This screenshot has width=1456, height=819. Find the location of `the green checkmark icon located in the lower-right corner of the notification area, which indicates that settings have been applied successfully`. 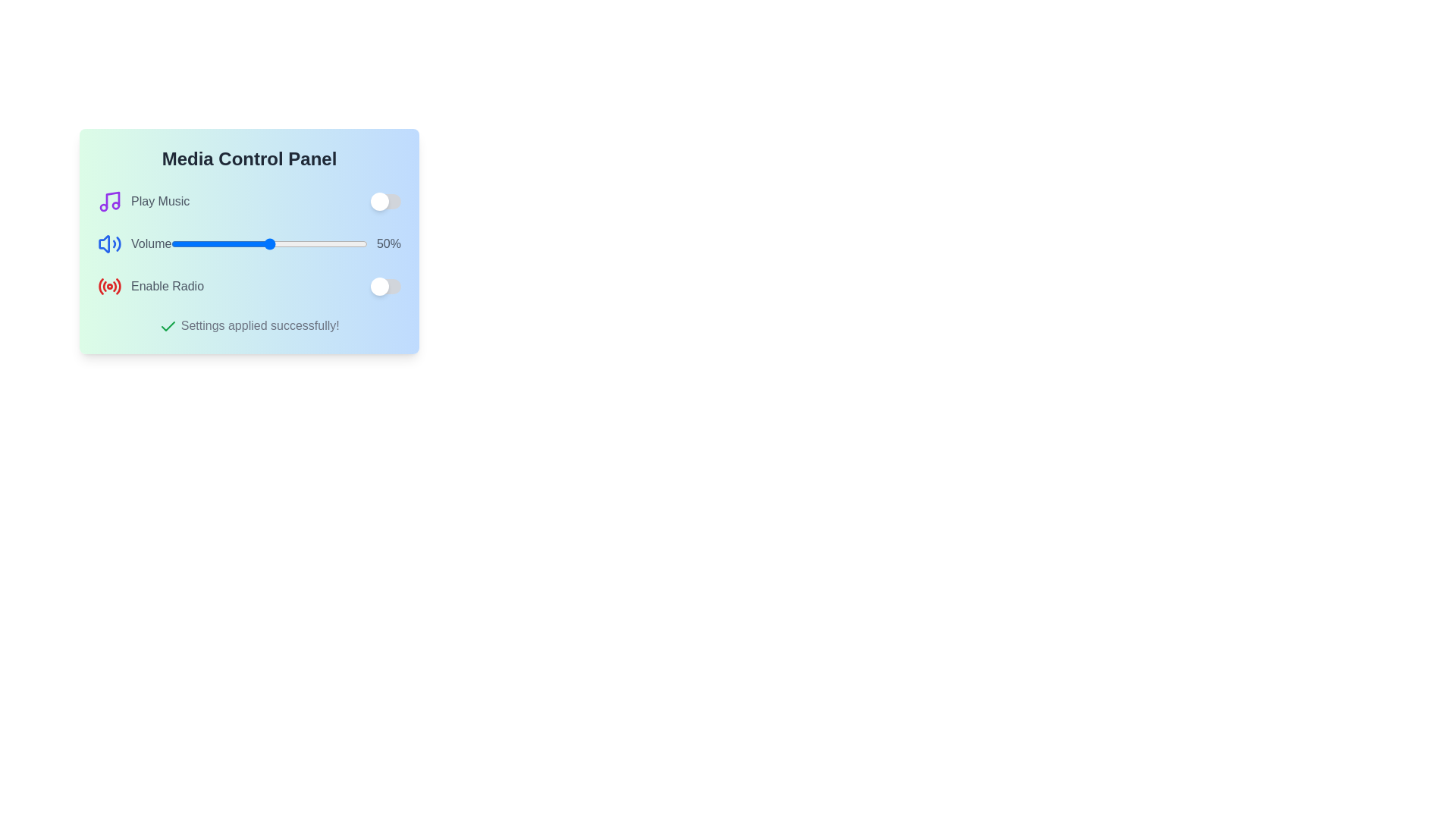

the green checkmark icon located in the lower-right corner of the notification area, which indicates that settings have been applied successfully is located at coordinates (168, 325).